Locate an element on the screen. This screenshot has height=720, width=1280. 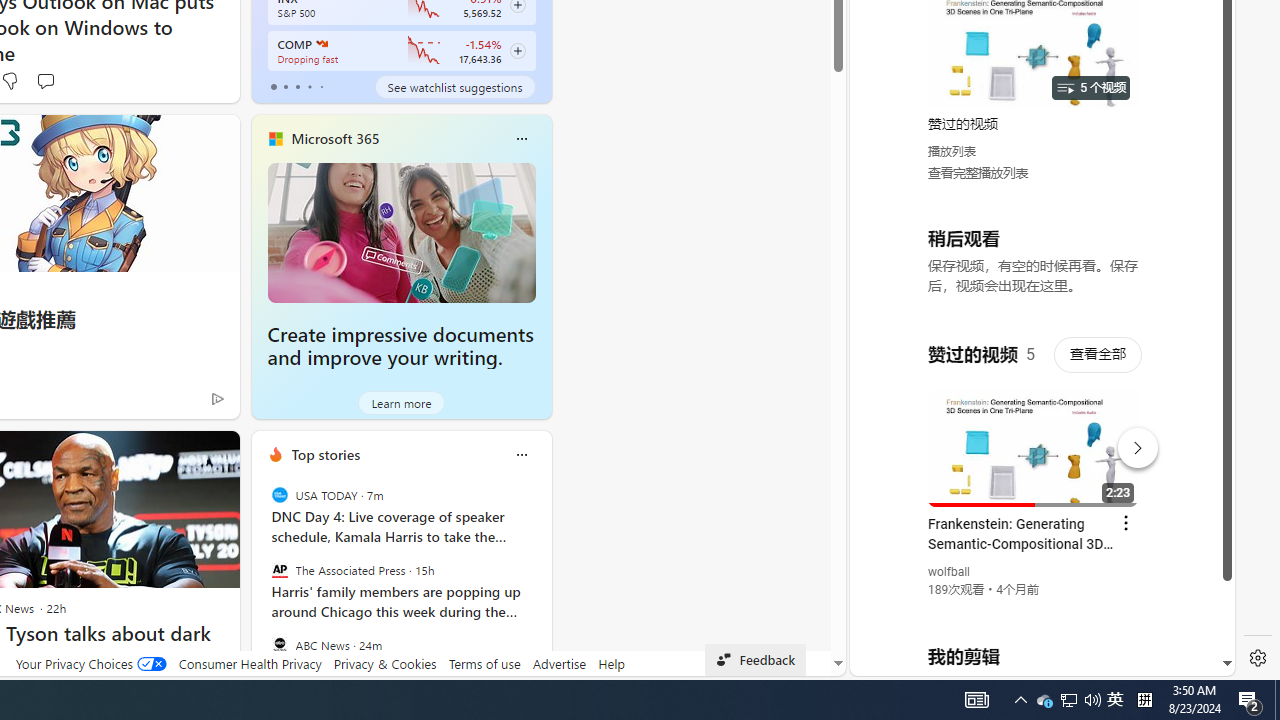
'tab-4' is located at coordinates (321, 86).